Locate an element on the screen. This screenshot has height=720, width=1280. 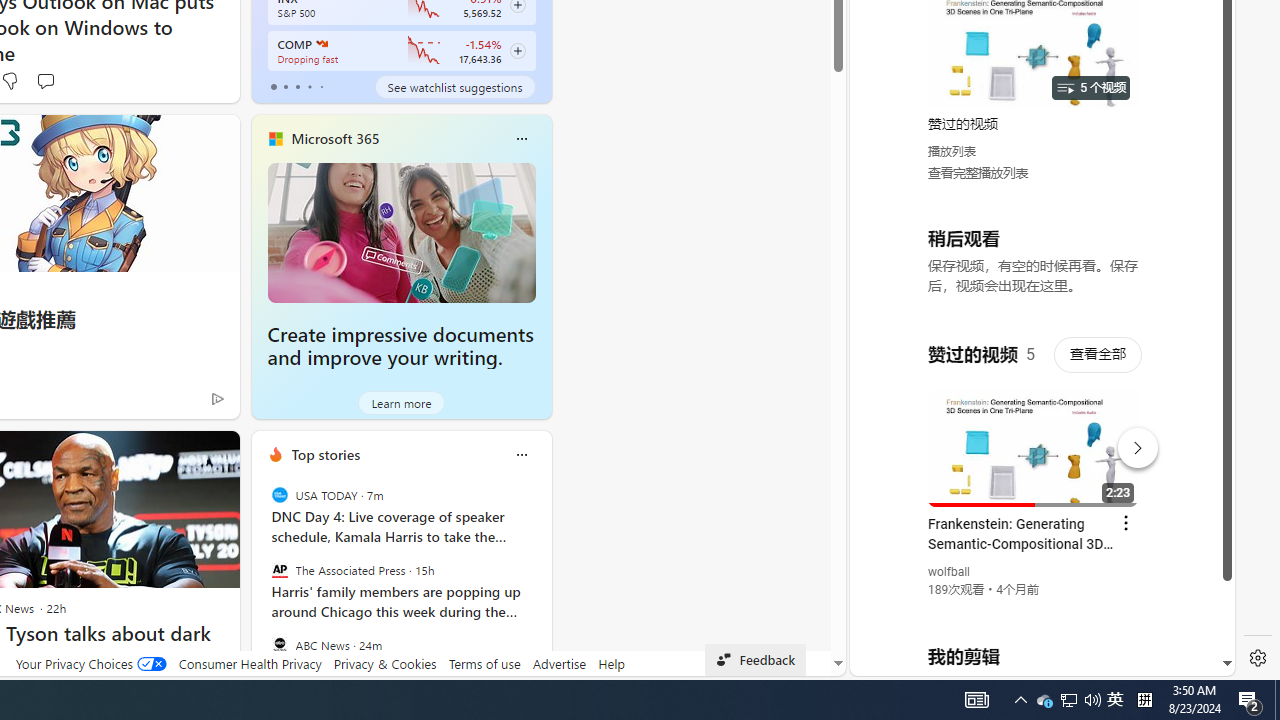
'tab-4' is located at coordinates (321, 86).